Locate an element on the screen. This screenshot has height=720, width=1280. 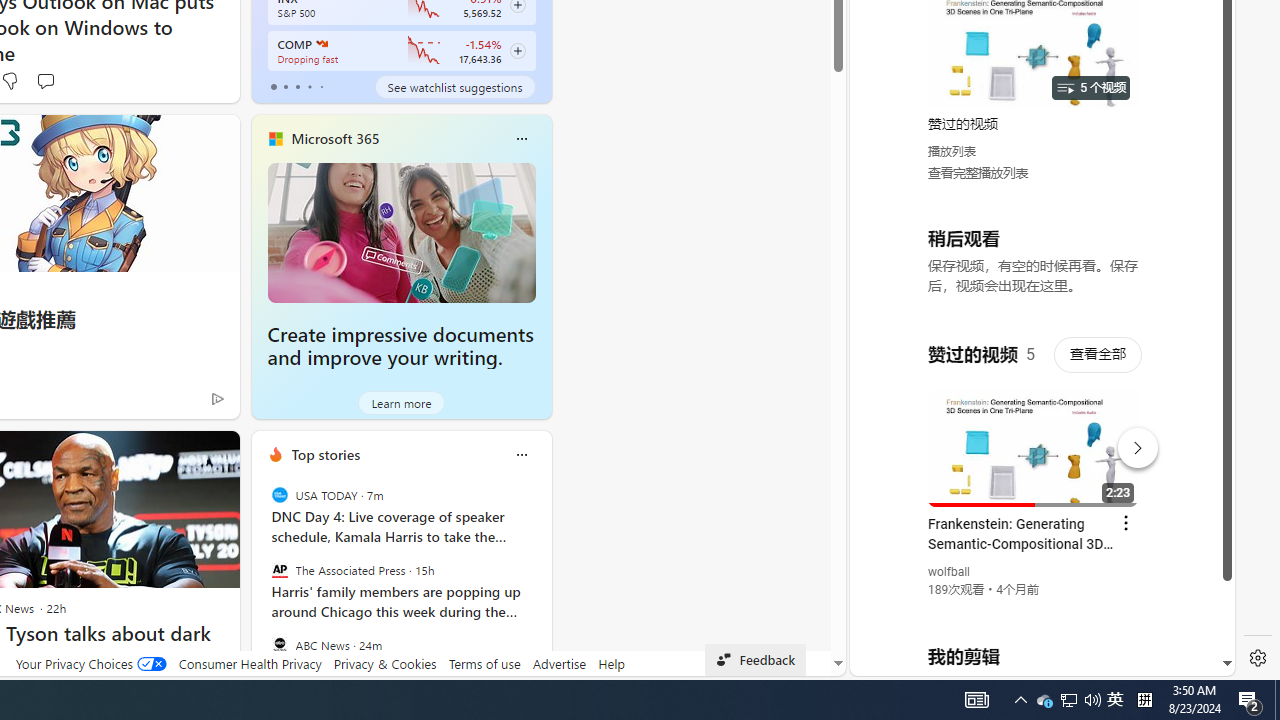
'tab-4' is located at coordinates (321, 86).